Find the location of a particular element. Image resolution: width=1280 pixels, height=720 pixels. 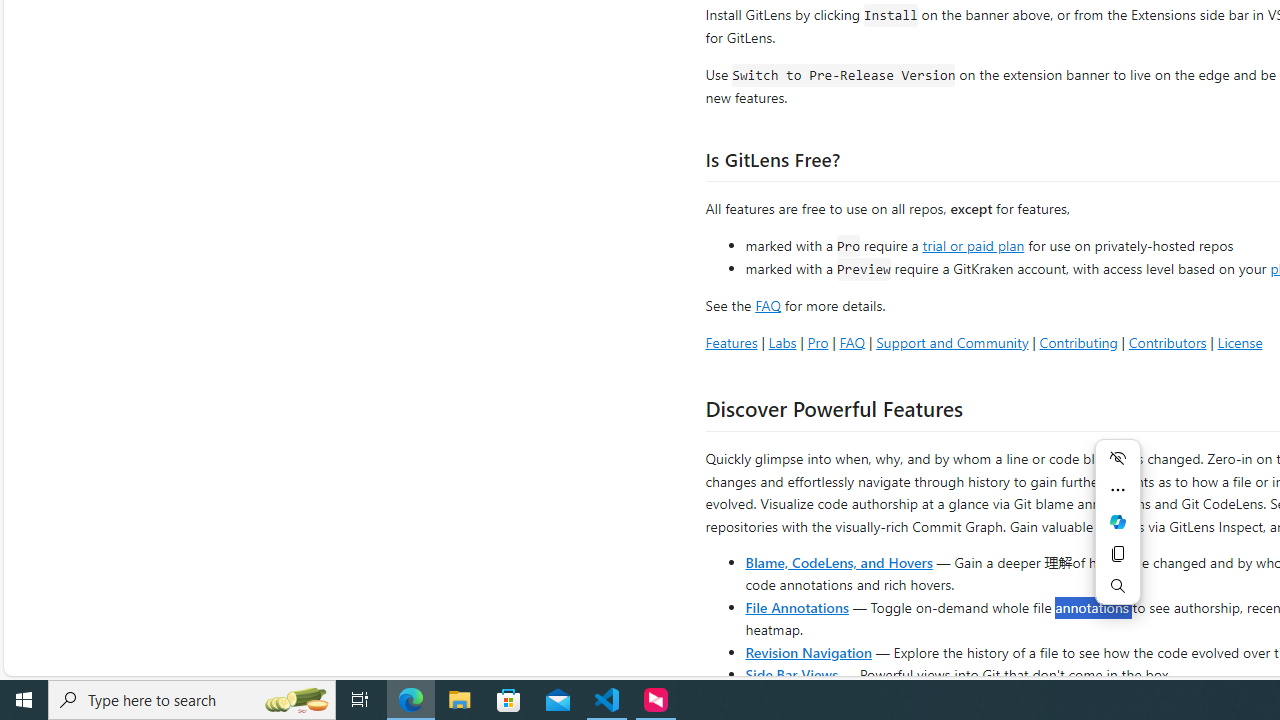

'Blame, CodeLens, and Hovers' is located at coordinates (839, 561).